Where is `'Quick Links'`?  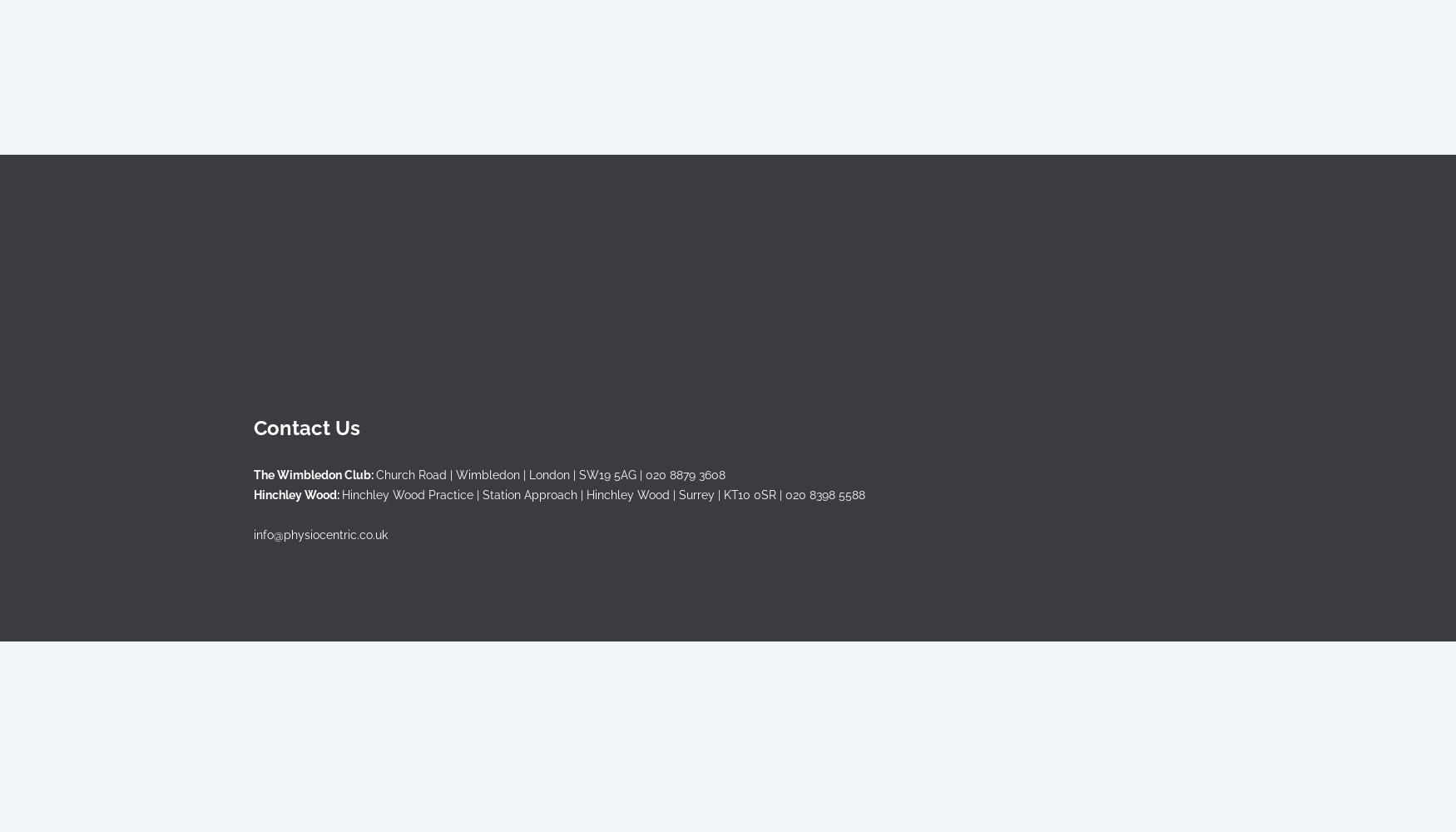
'Quick Links' is located at coordinates (253, 203).